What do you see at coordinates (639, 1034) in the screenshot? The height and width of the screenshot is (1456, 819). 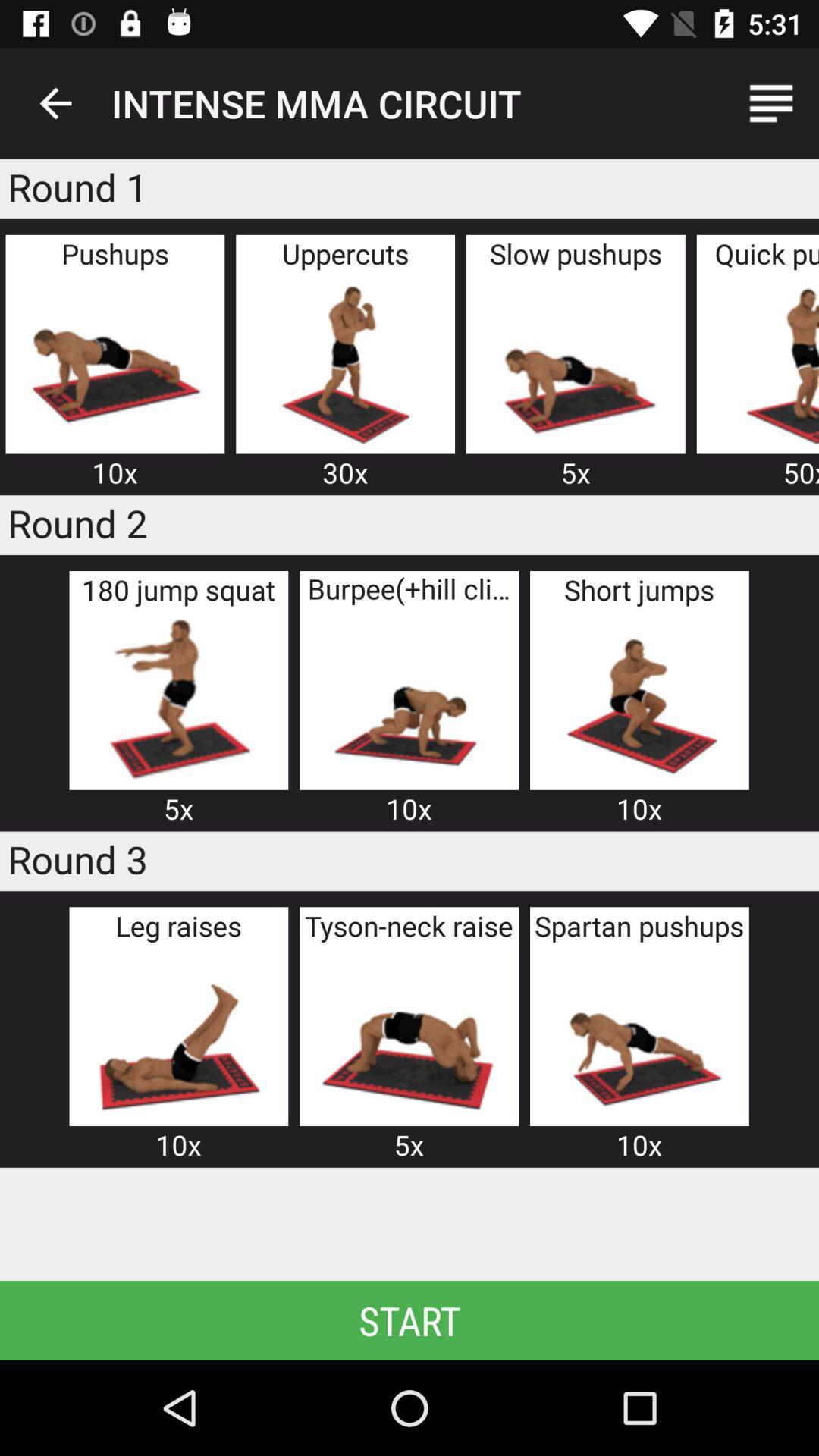 I see `spartan pushups exercise` at bounding box center [639, 1034].